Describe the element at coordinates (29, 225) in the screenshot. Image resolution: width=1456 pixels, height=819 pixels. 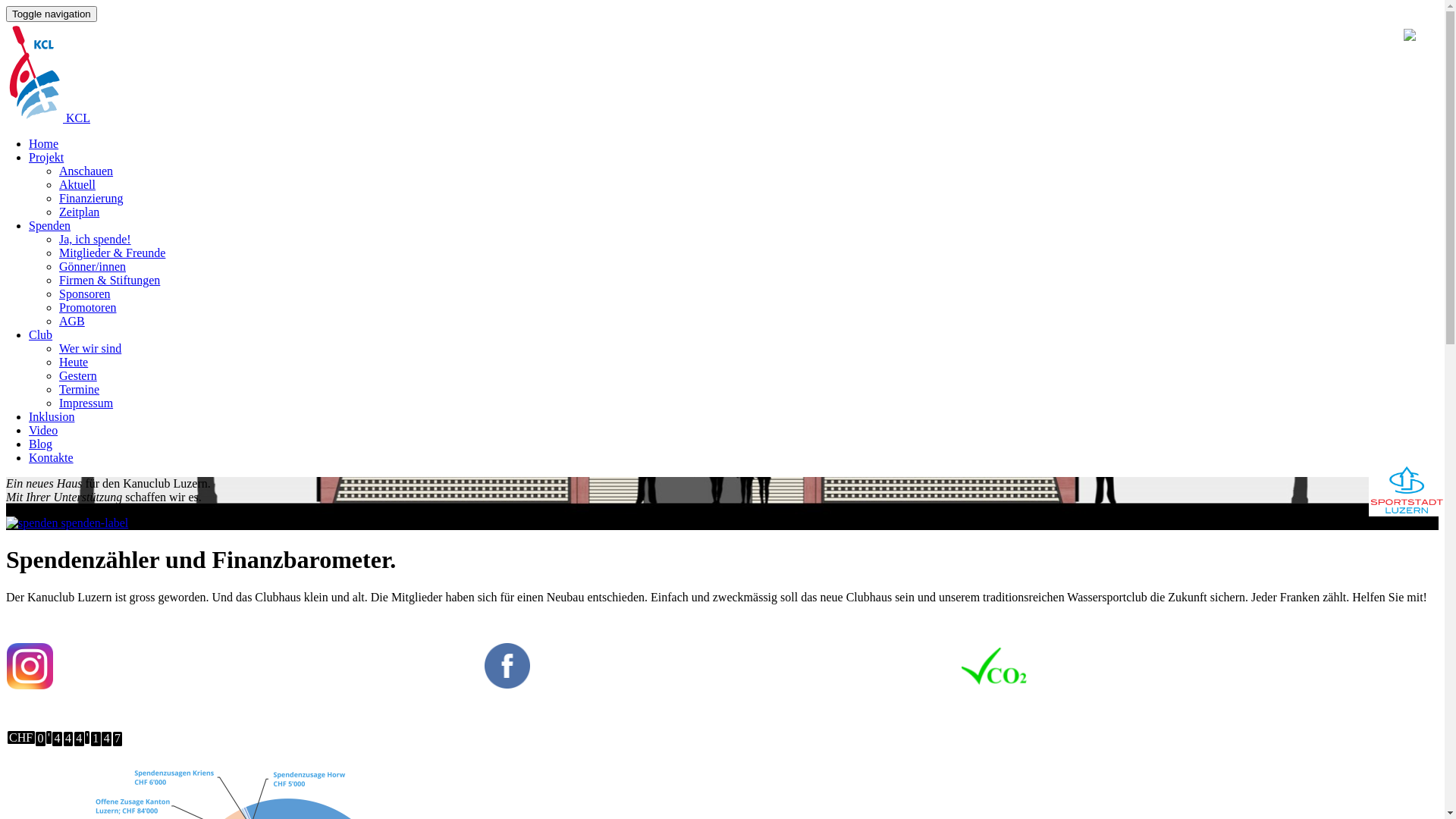
I see `'Spenden'` at that location.